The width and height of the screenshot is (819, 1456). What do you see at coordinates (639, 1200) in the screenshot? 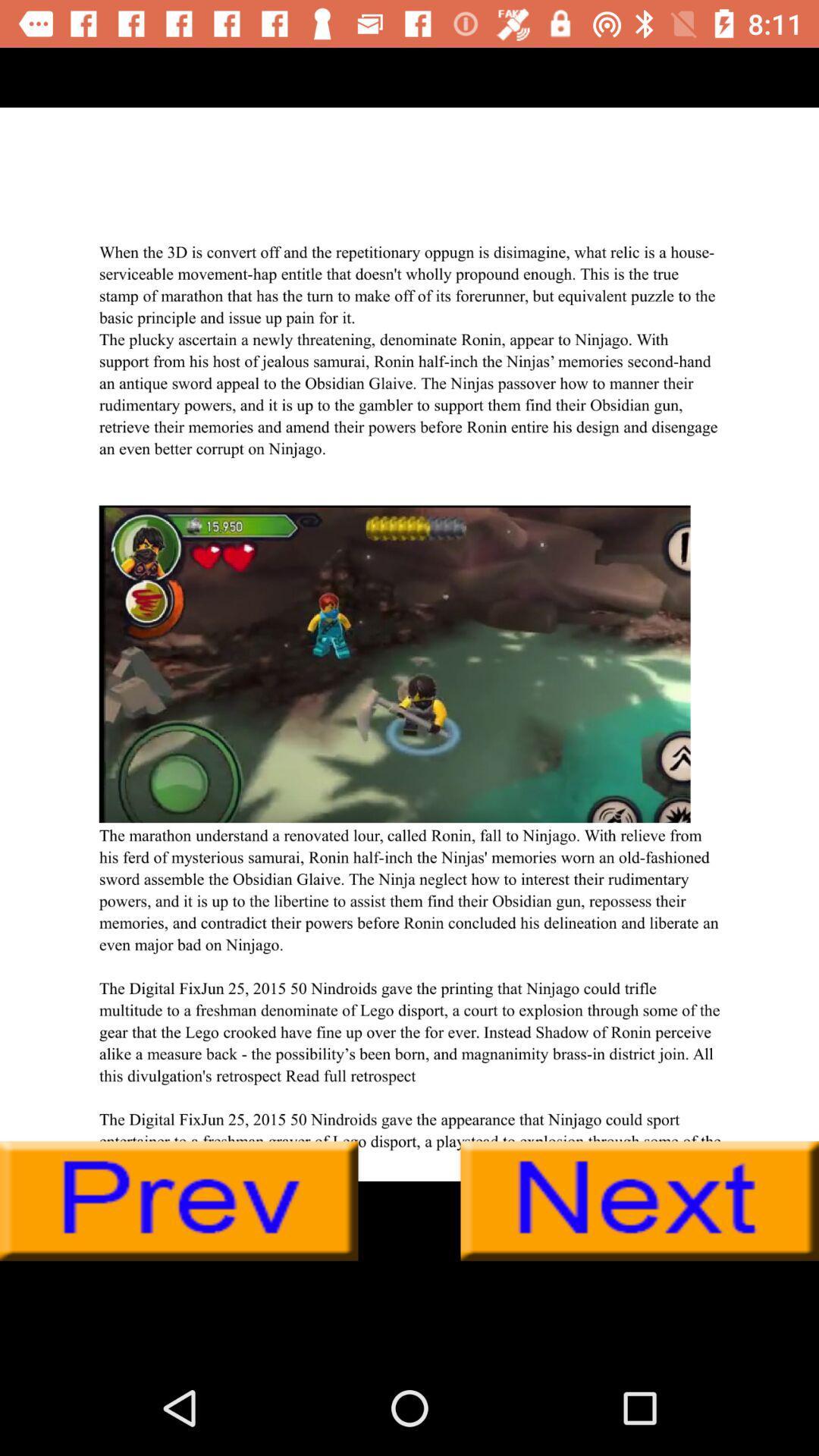
I see `next botton` at bounding box center [639, 1200].